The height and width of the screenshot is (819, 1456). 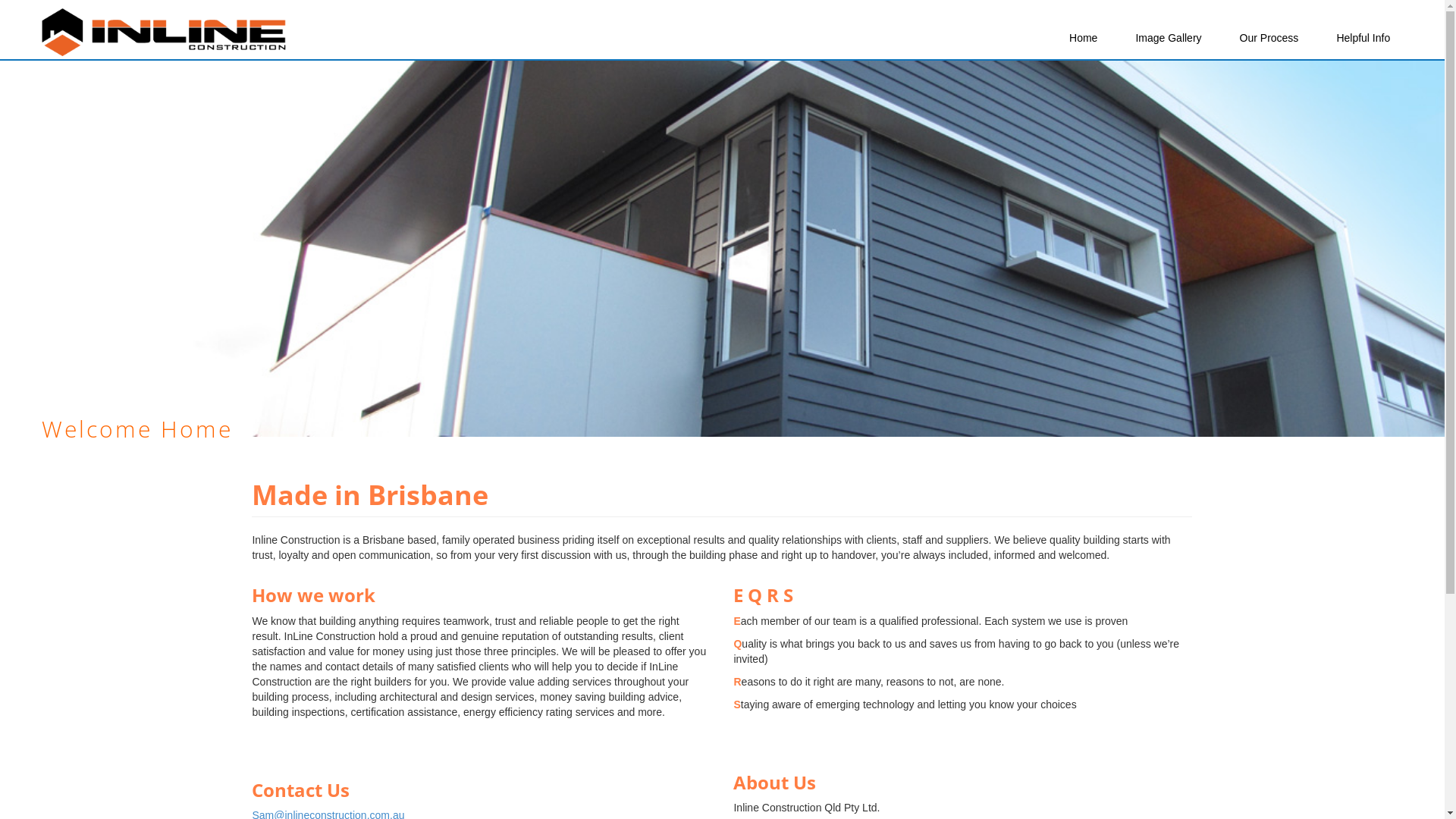 What do you see at coordinates (1228, 37) in the screenshot?
I see `'Our Process'` at bounding box center [1228, 37].